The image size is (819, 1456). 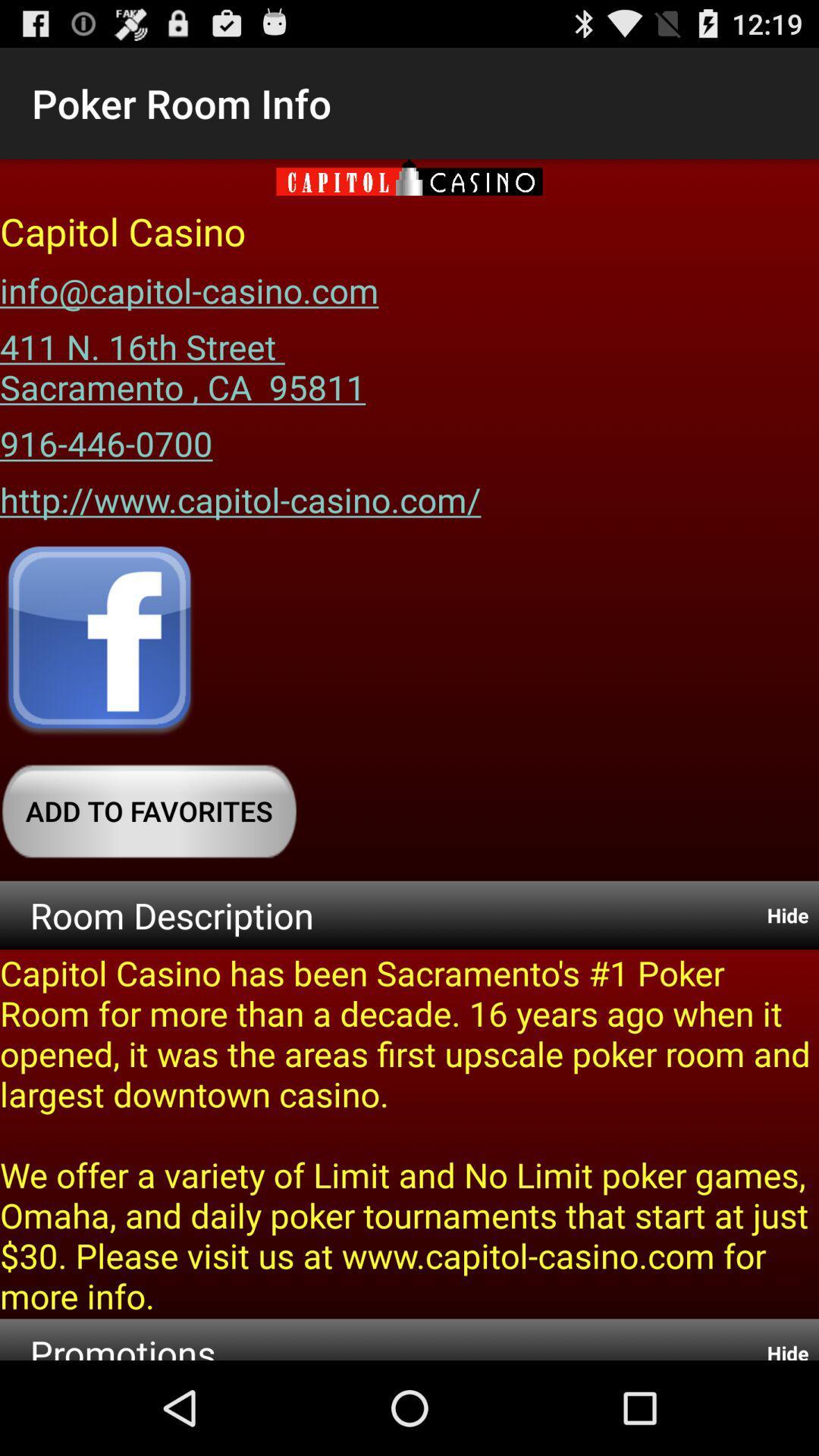 What do you see at coordinates (105, 437) in the screenshot?
I see `the item above http www capitol icon` at bounding box center [105, 437].